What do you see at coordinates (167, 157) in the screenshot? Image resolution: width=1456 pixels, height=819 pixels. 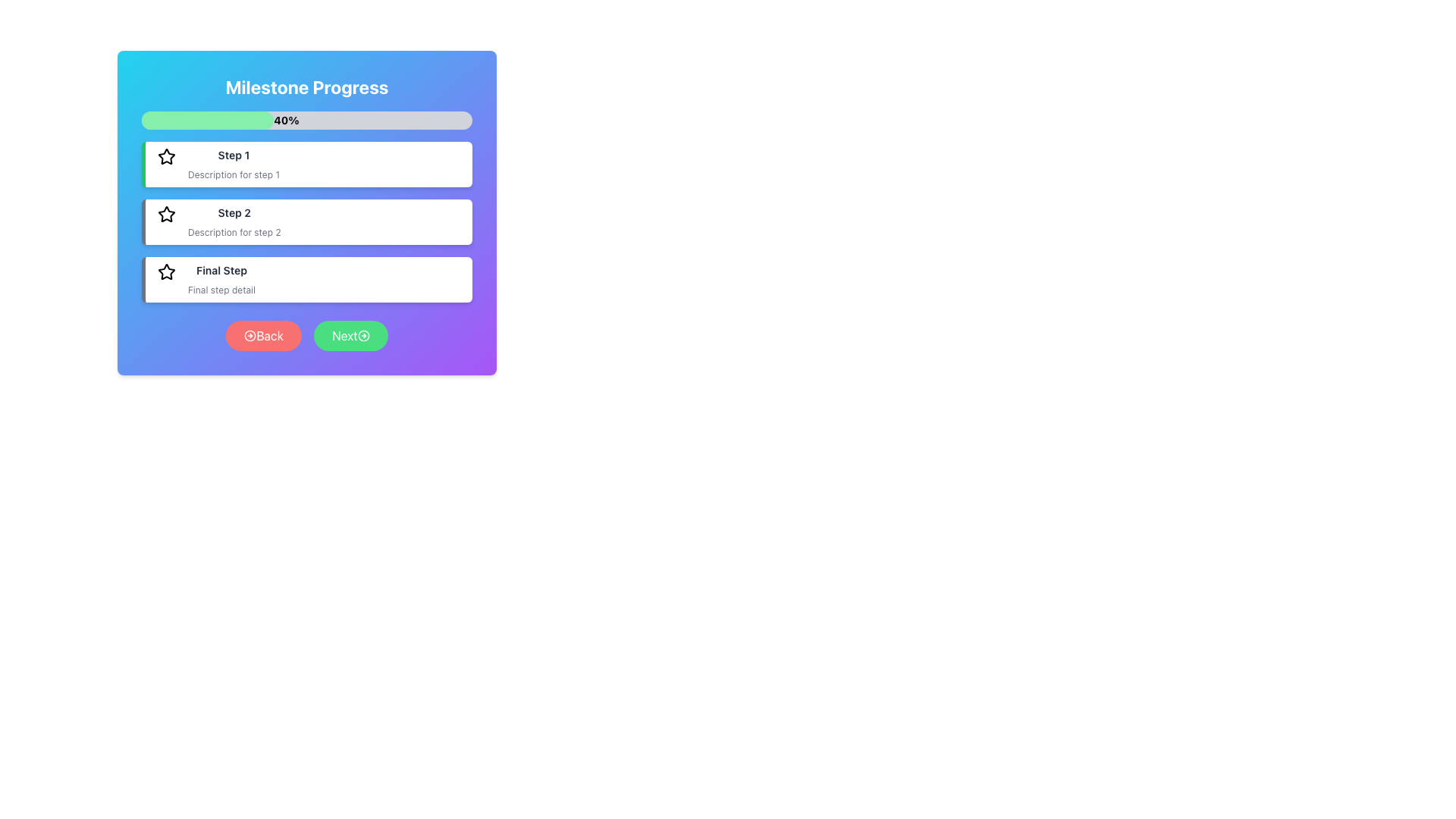 I see `the star icon representing the active status of 'Step 1' in the sequence list` at bounding box center [167, 157].